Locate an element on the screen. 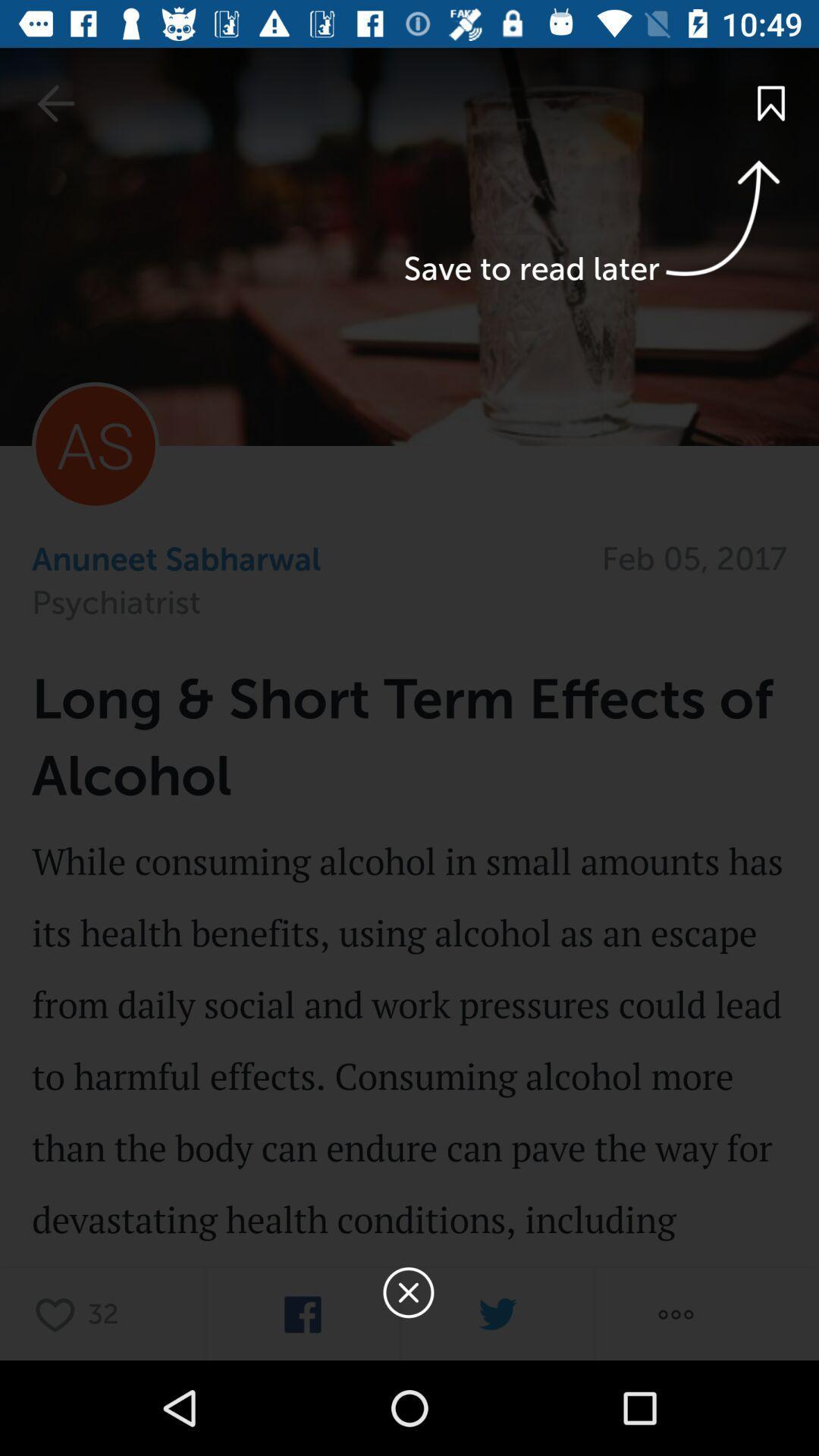 This screenshot has width=819, height=1456. twitter option is located at coordinates (497, 1313).